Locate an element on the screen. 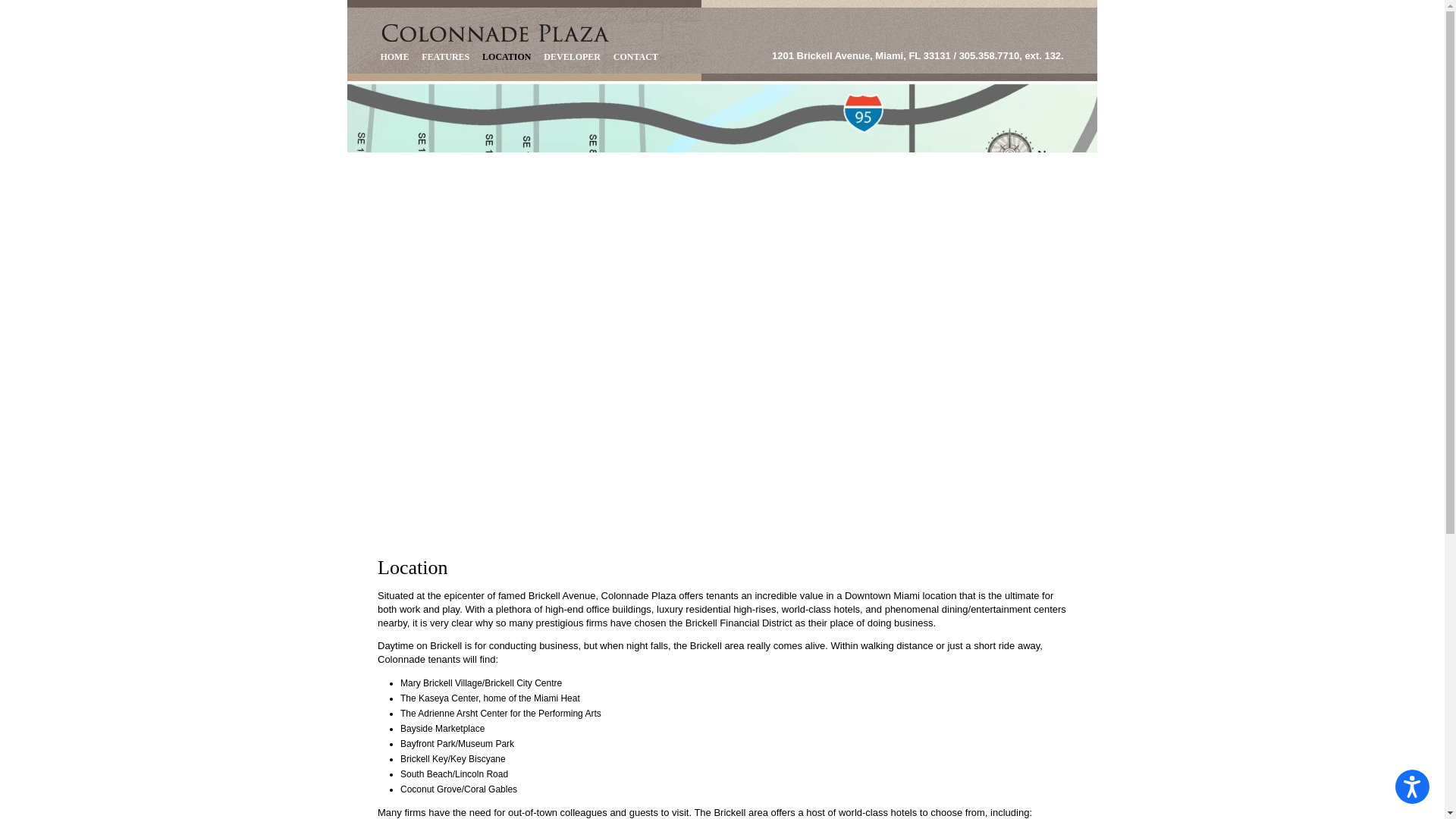 The image size is (1456, 819). 'LOCATION' is located at coordinates (507, 56).